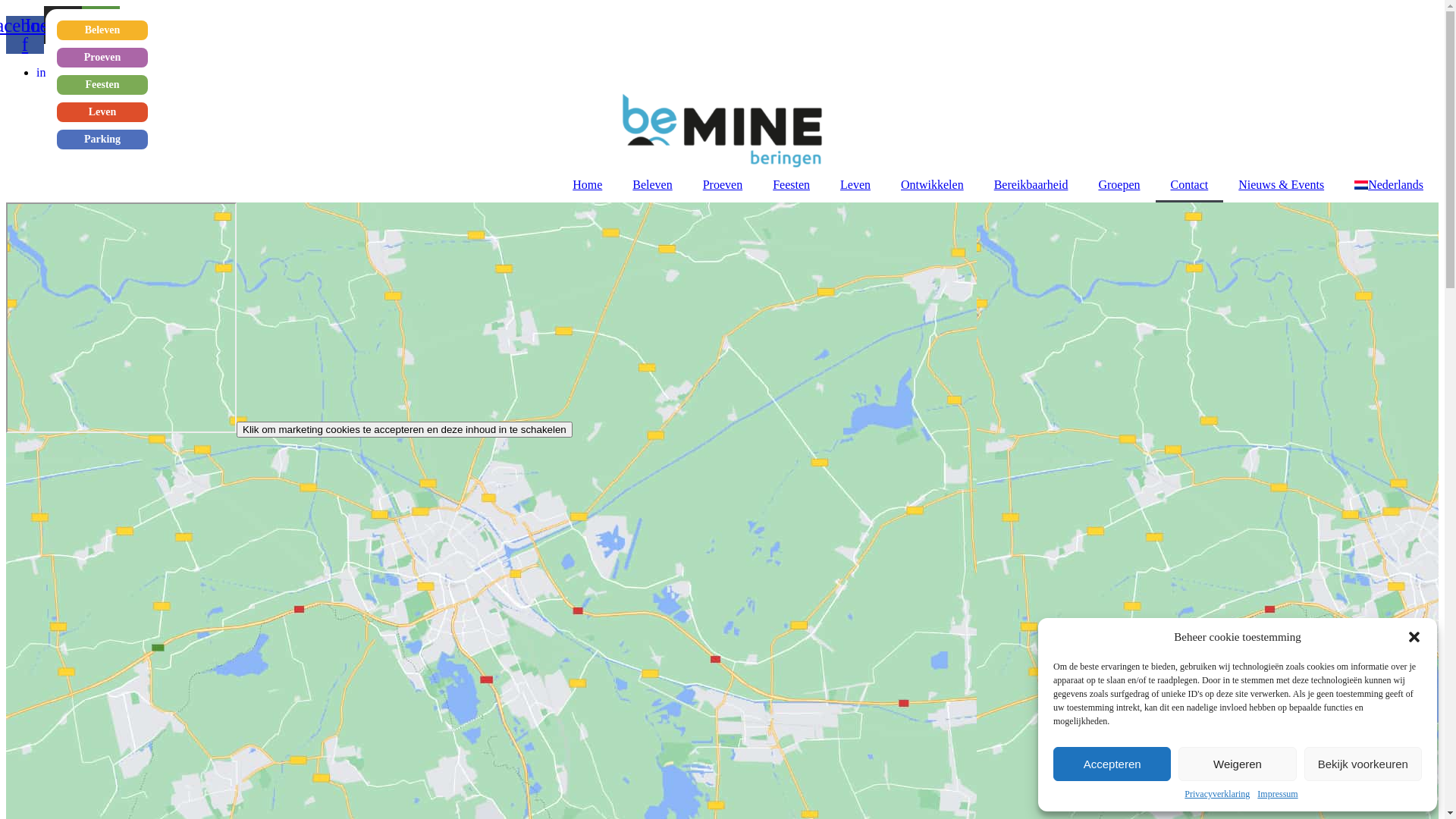 Image resolution: width=1456 pixels, height=819 pixels. What do you see at coordinates (885, 184) in the screenshot?
I see `'Ontwikkelen'` at bounding box center [885, 184].